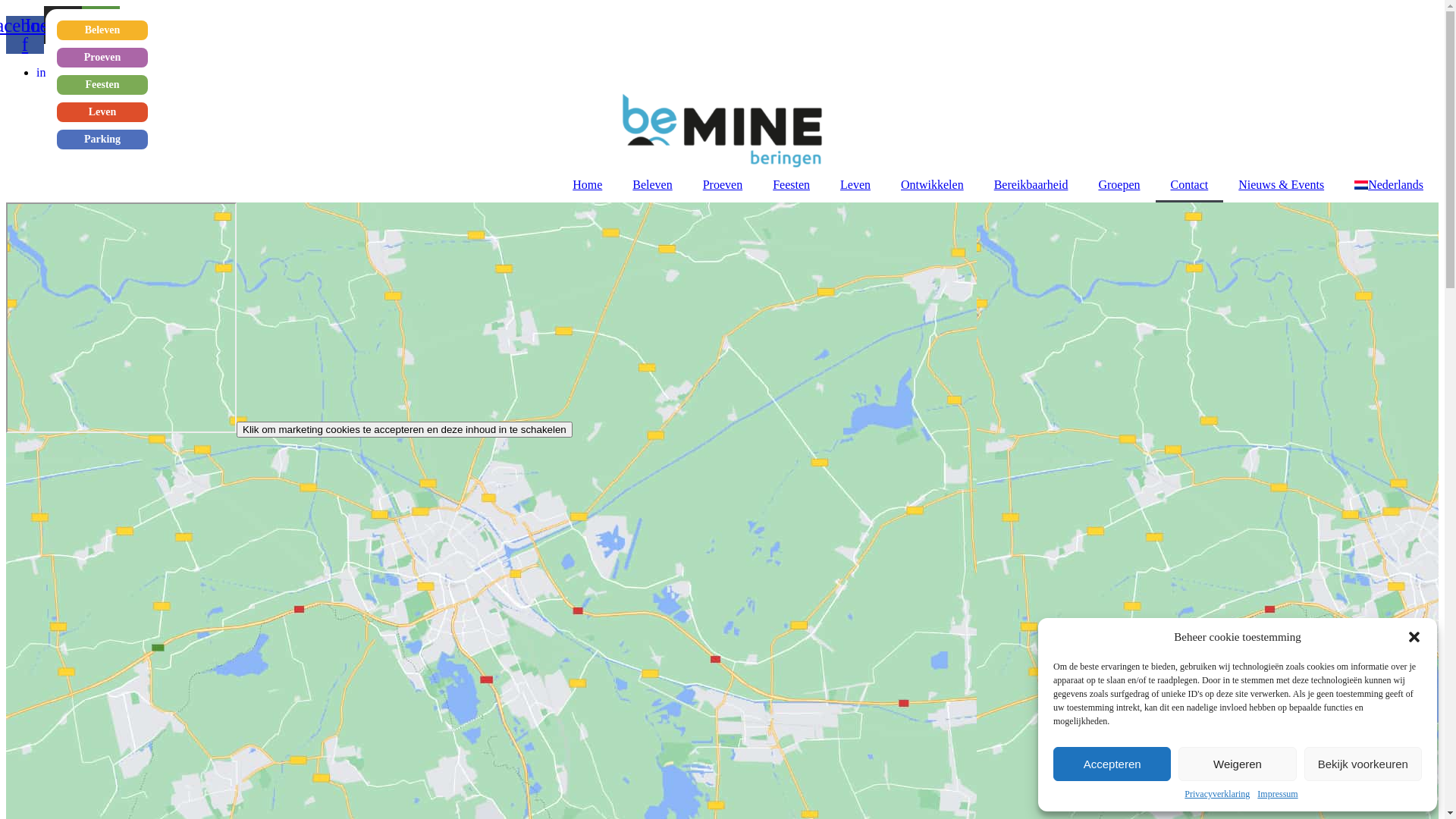 Image resolution: width=1456 pixels, height=819 pixels. What do you see at coordinates (885, 184) in the screenshot?
I see `'Ontwikkelen'` at bounding box center [885, 184].